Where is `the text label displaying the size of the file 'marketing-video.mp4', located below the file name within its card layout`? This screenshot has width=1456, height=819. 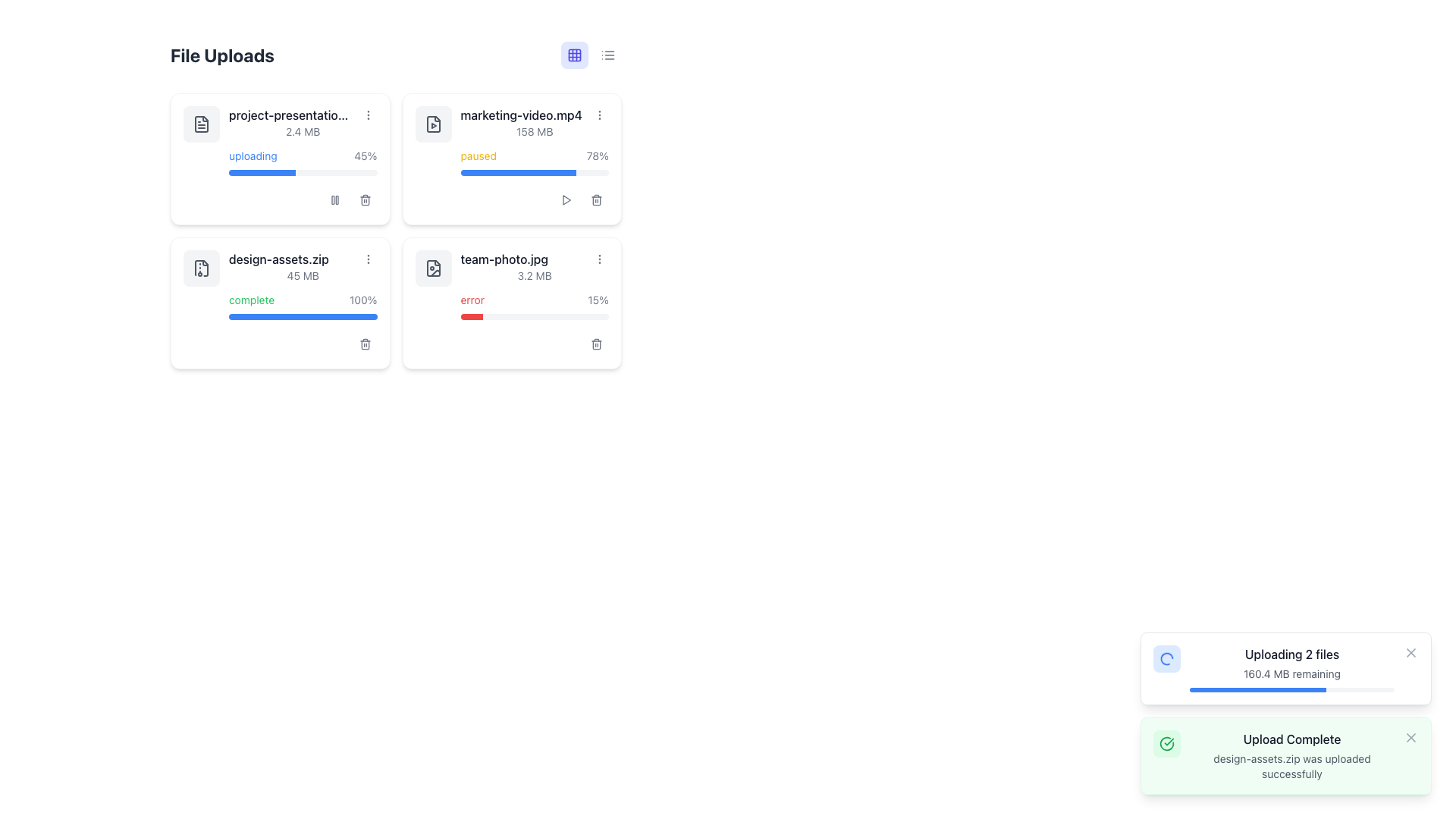
the text label displaying the size of the file 'marketing-video.mp4', located below the file name within its card layout is located at coordinates (535, 130).